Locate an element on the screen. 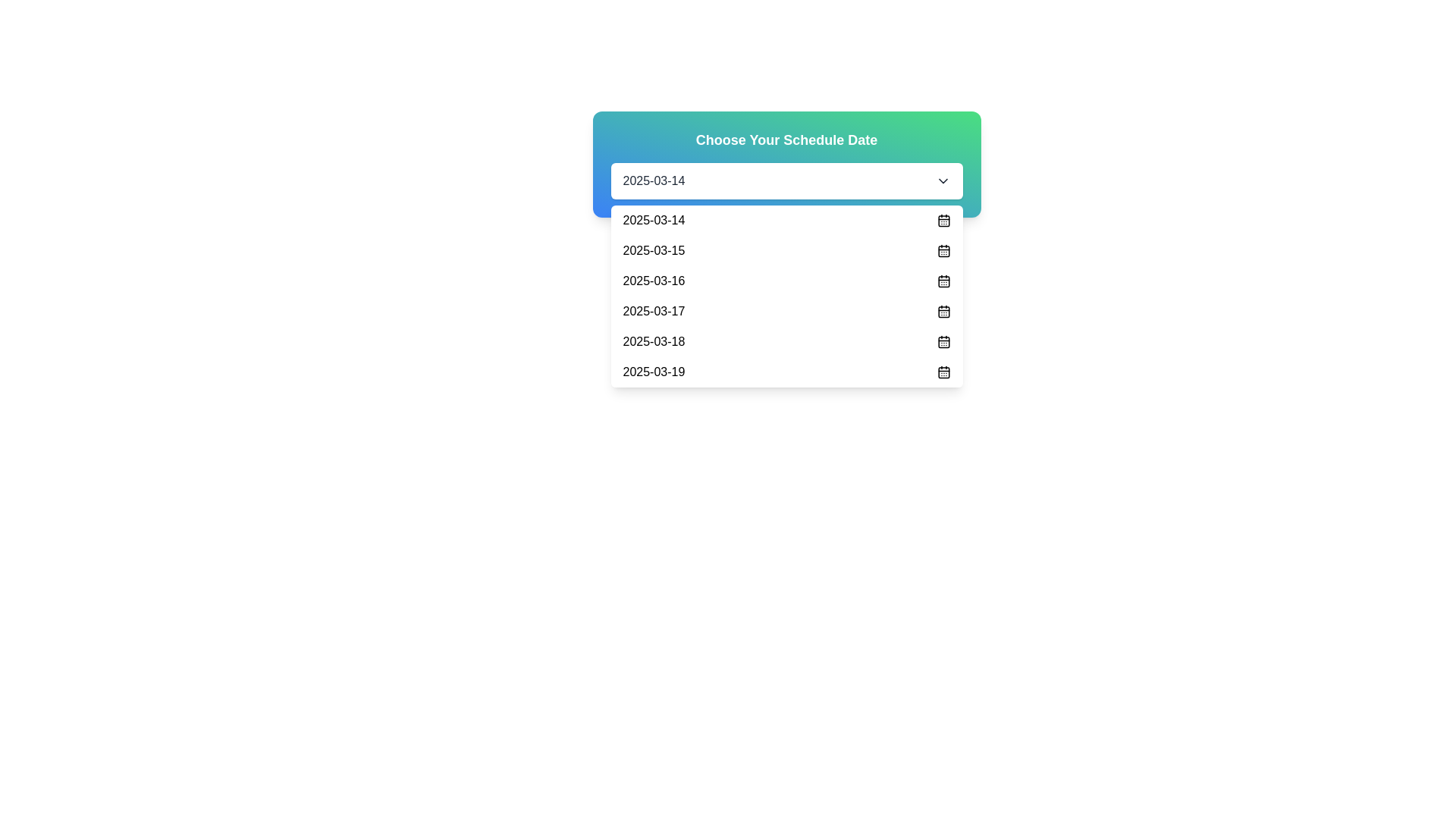 This screenshot has width=1456, height=819. the third item is located at coordinates (786, 281).